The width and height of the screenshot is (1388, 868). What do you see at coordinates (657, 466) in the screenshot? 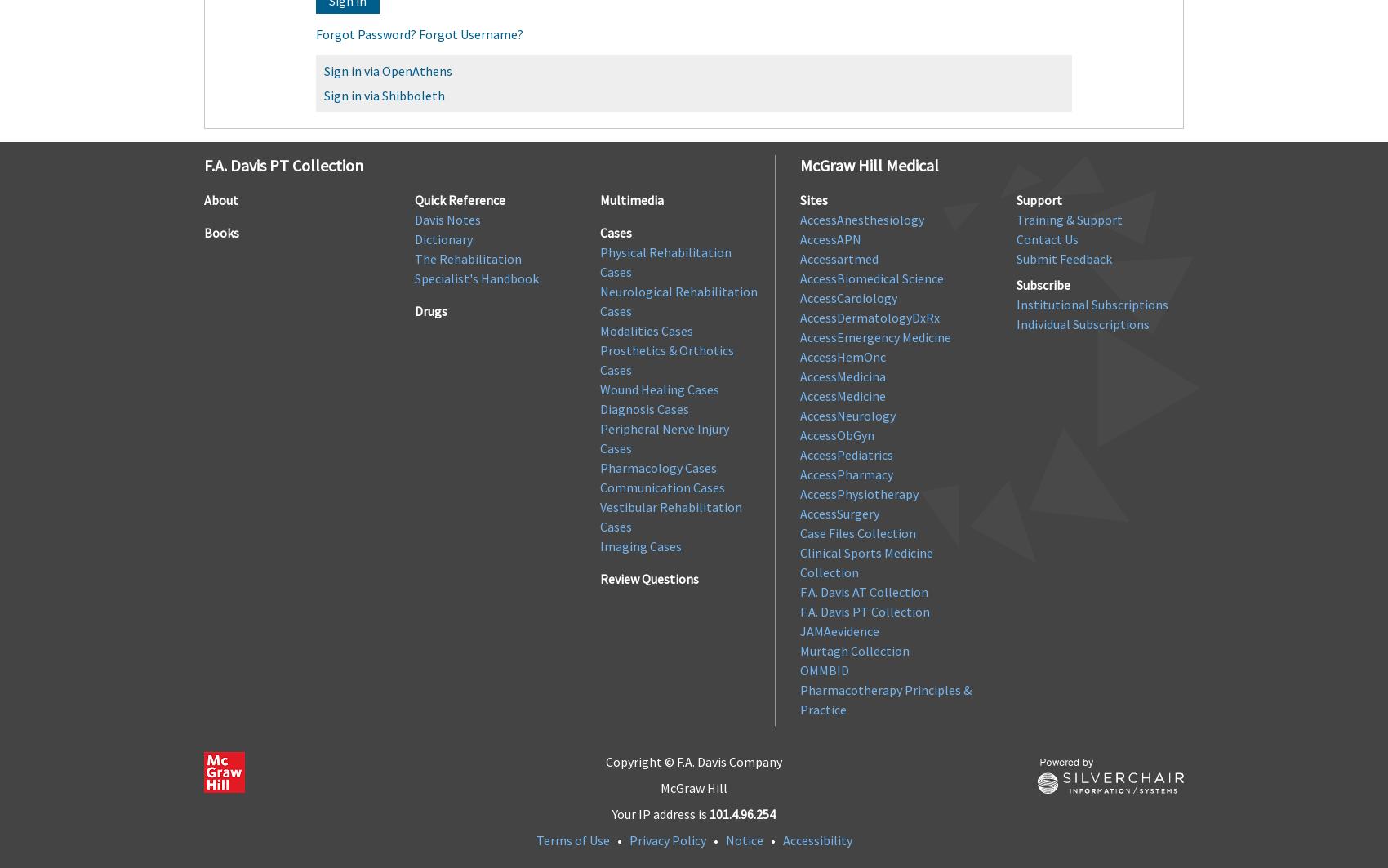
I see `'Pharmacology Cases'` at bounding box center [657, 466].